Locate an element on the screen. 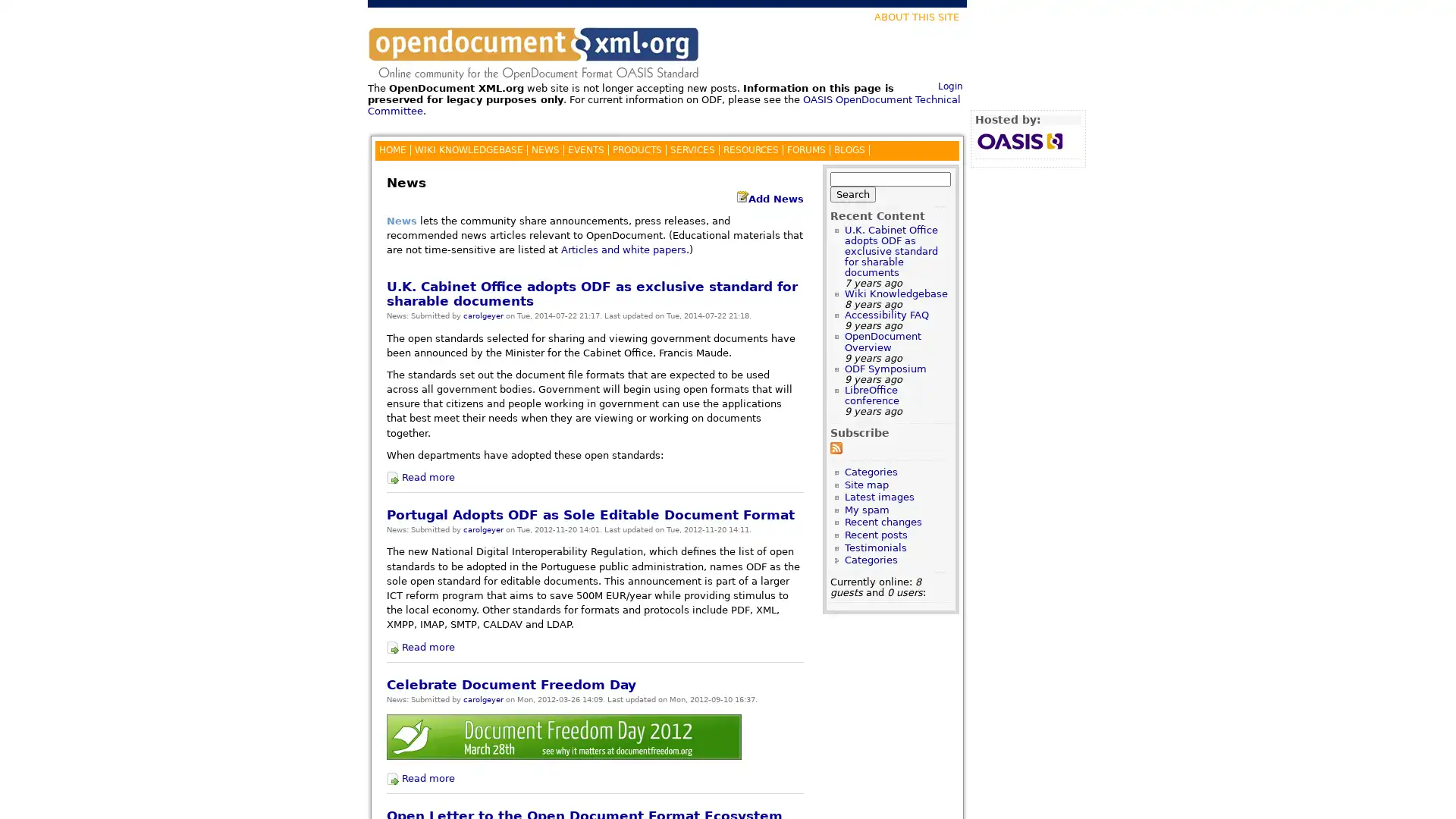  Search is located at coordinates (852, 193).